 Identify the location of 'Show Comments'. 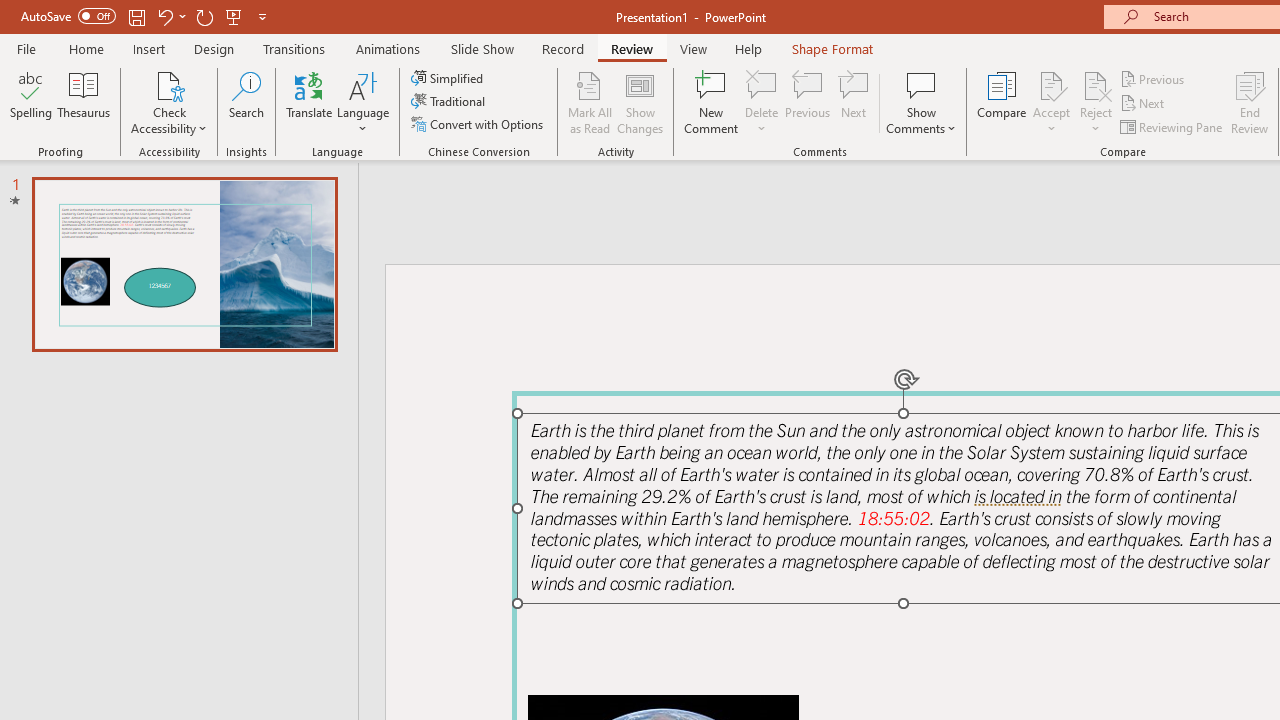
(920, 103).